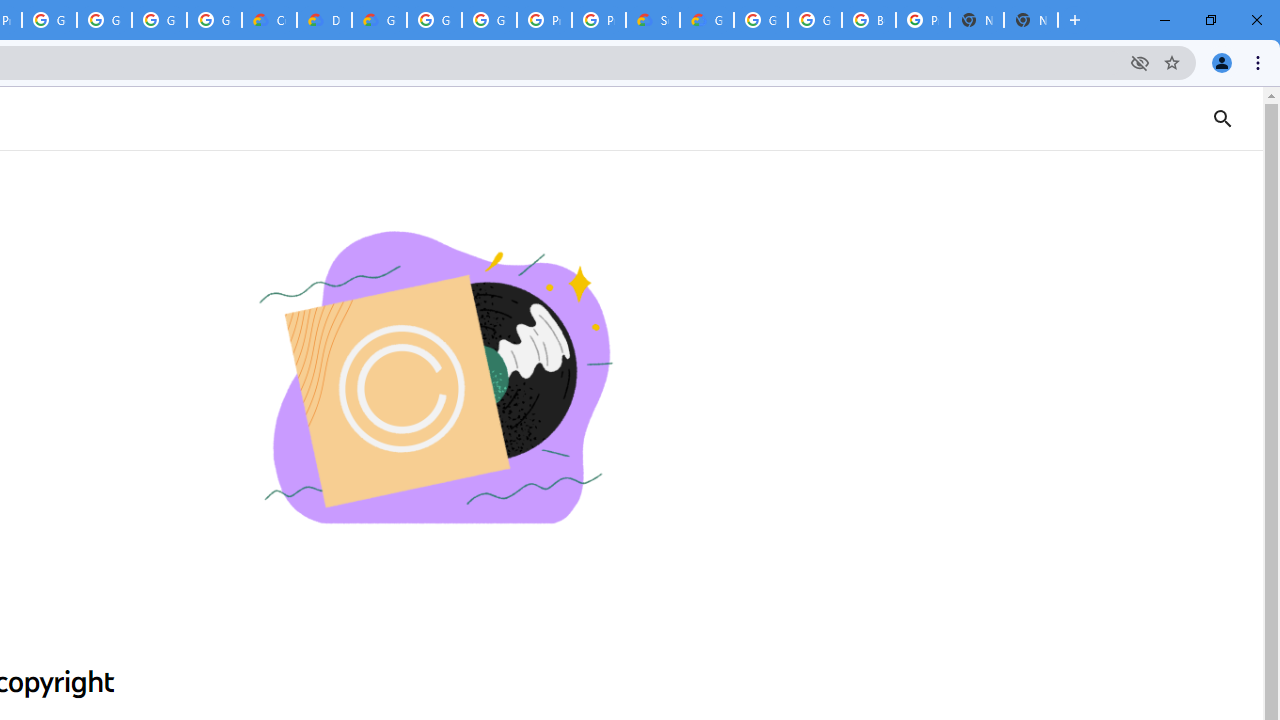 This screenshot has width=1280, height=720. I want to click on 'Support Hub | Google Cloud', so click(652, 20).